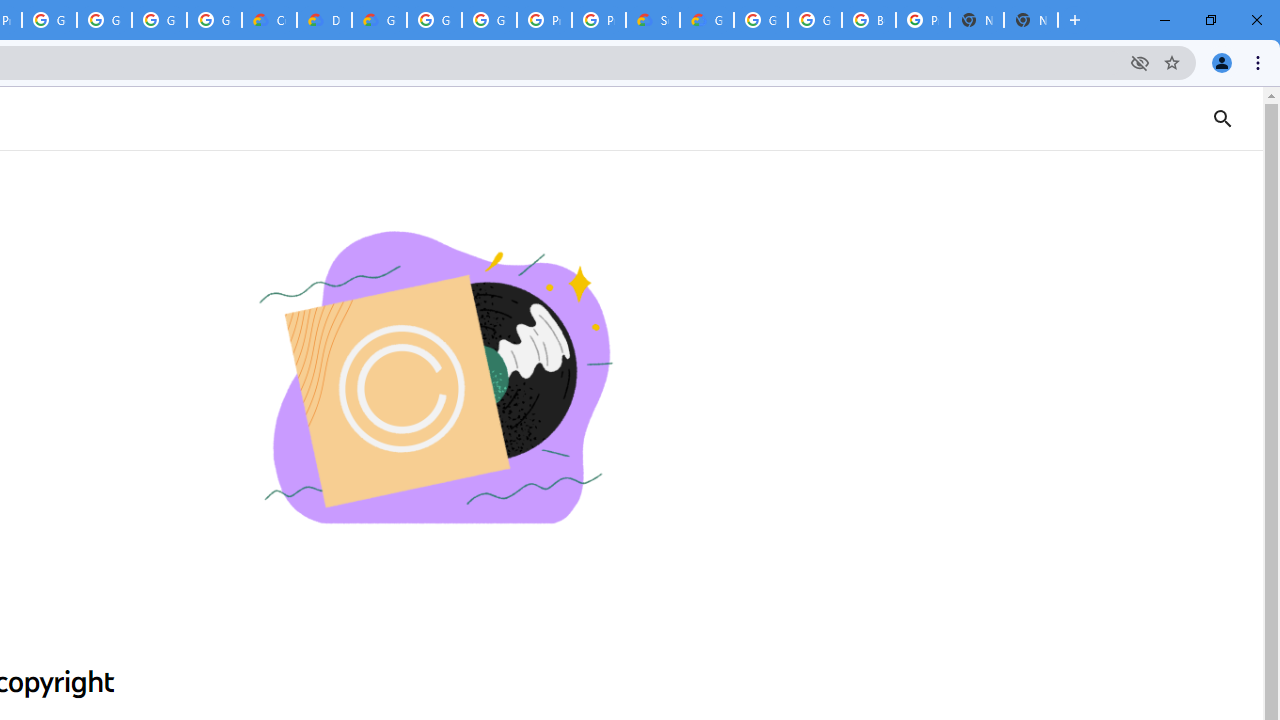 This screenshot has width=1280, height=720. I want to click on 'Support Hub | Google Cloud', so click(652, 20).